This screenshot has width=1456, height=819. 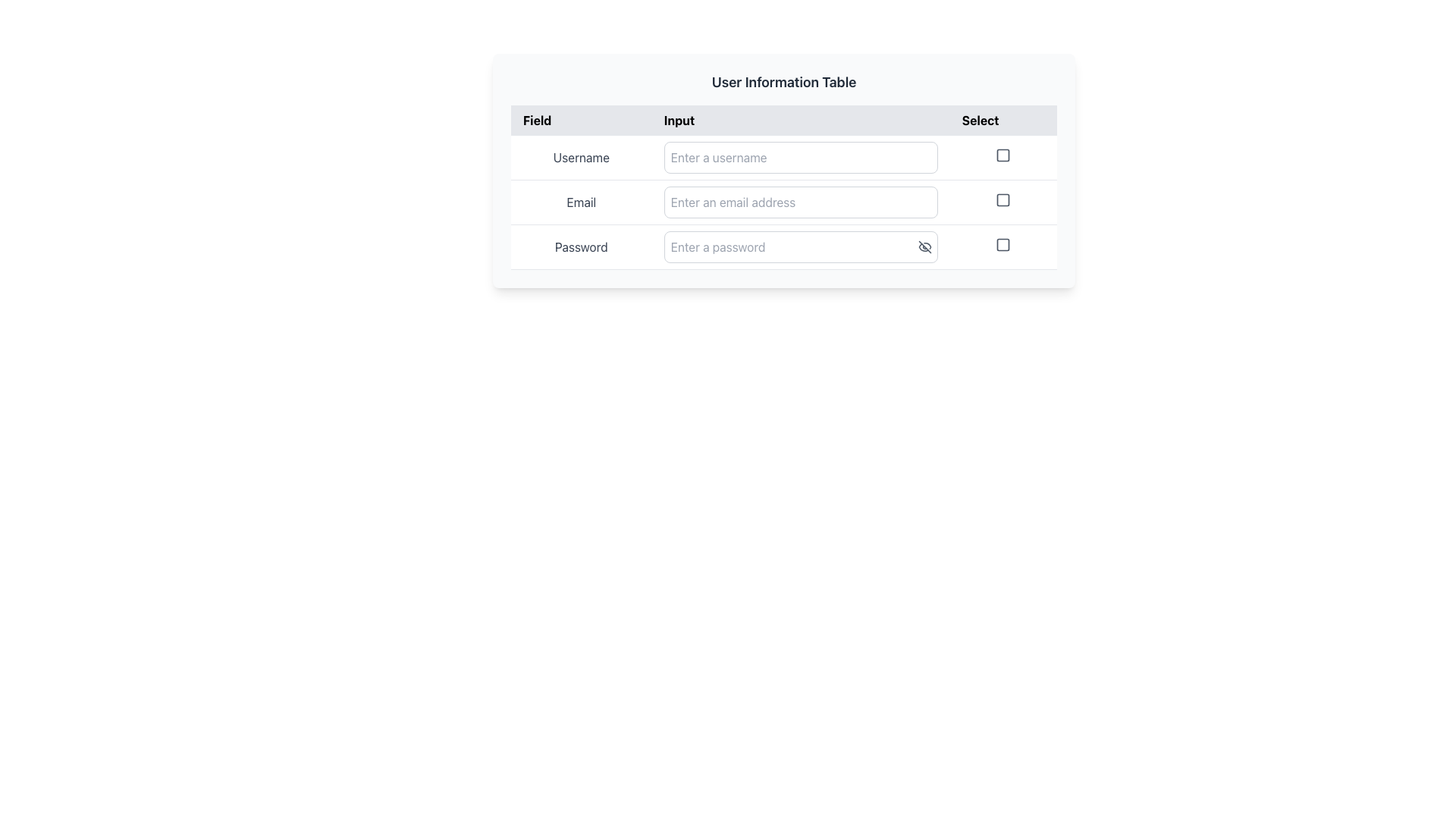 I want to click on the 'Email' label in the Input Group, so click(x=783, y=201).